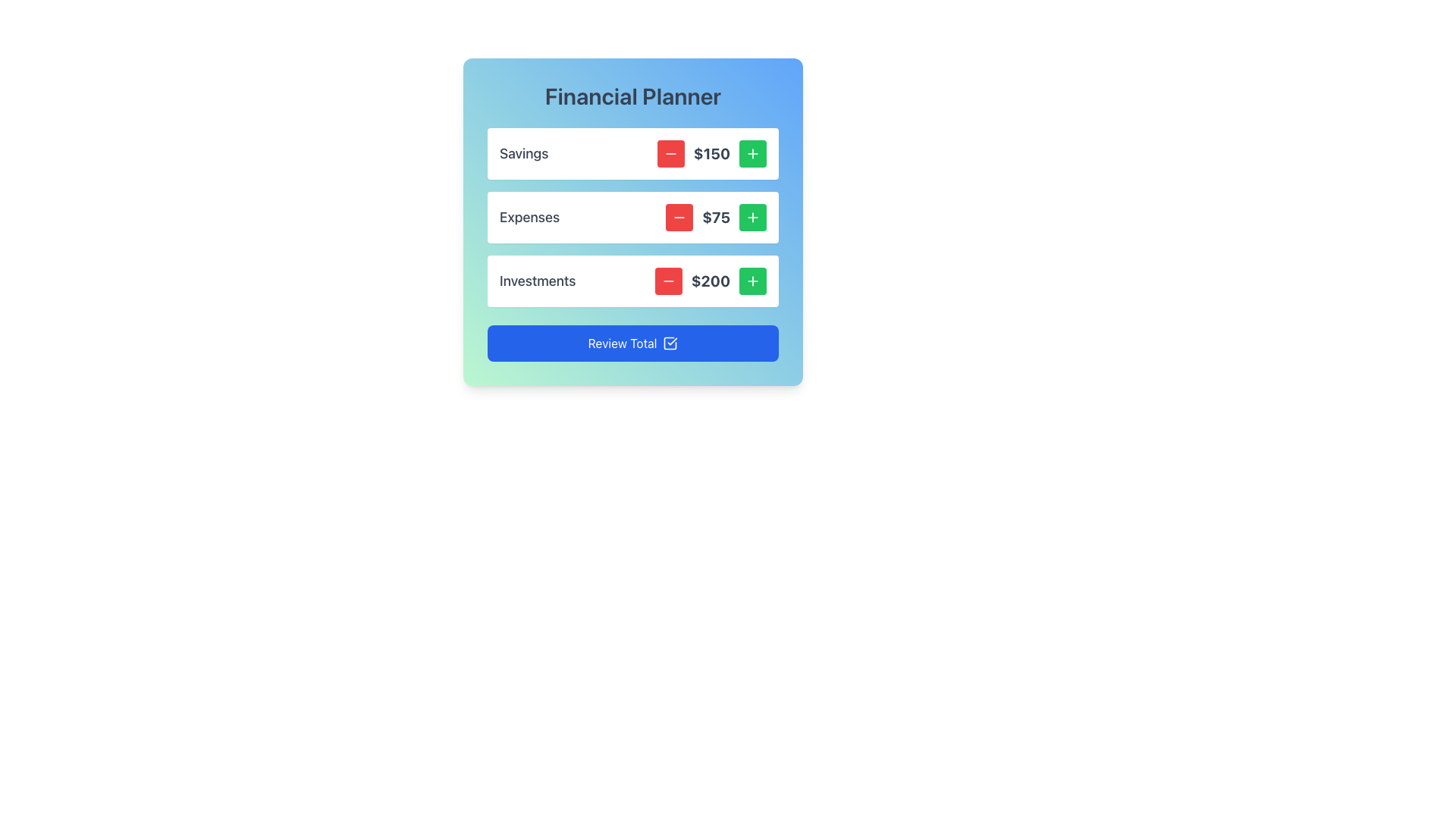 The height and width of the screenshot is (819, 1456). I want to click on the small horizontal minus sign button within the red square, adjacent to the '$150' amount under the 'Savings' label, so click(670, 154).